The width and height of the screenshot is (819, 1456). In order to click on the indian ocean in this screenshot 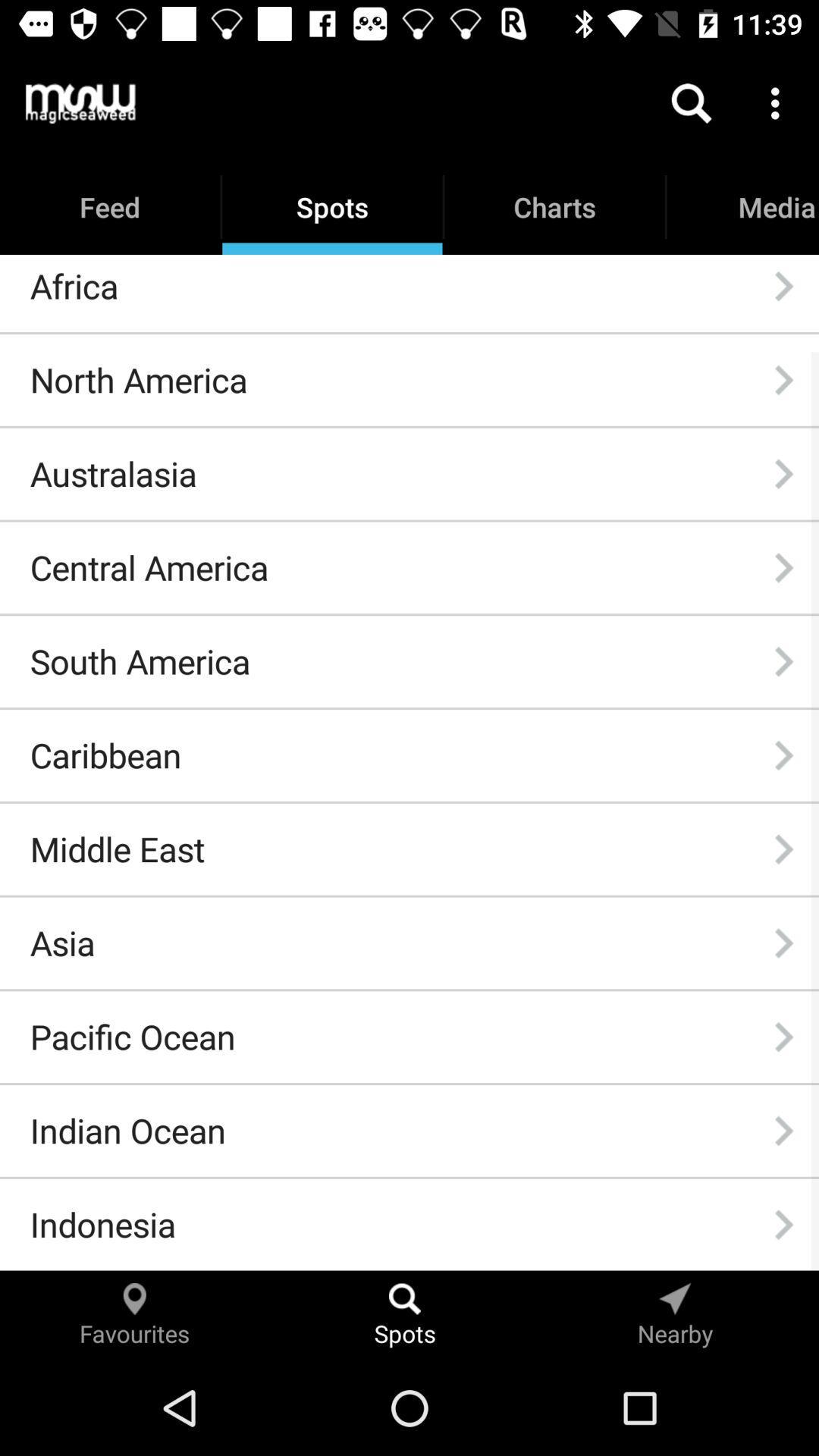, I will do `click(127, 1131)`.